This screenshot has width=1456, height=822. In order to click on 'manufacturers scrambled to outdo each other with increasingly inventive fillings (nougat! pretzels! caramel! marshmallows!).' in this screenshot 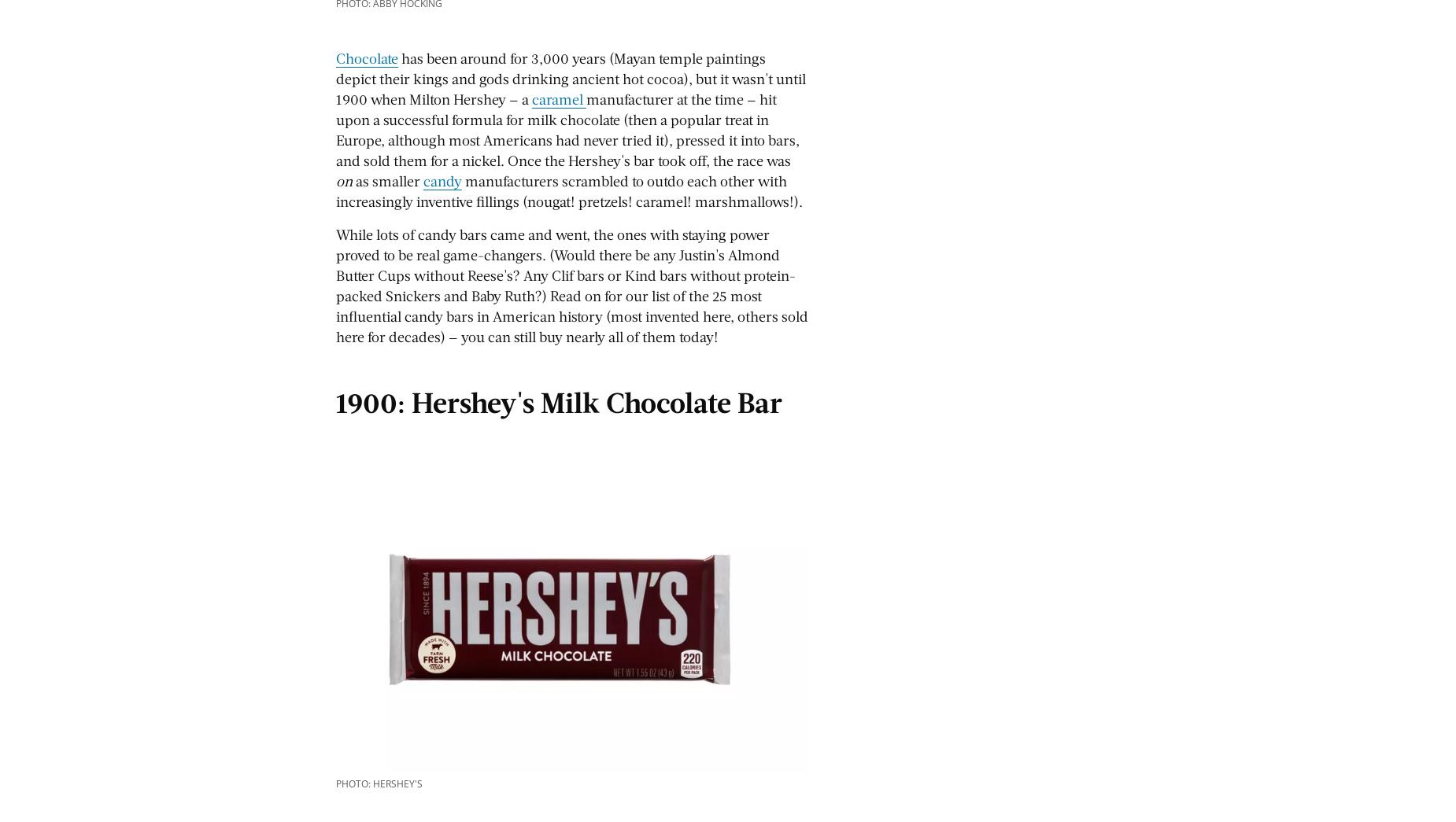, I will do `click(569, 190)`.